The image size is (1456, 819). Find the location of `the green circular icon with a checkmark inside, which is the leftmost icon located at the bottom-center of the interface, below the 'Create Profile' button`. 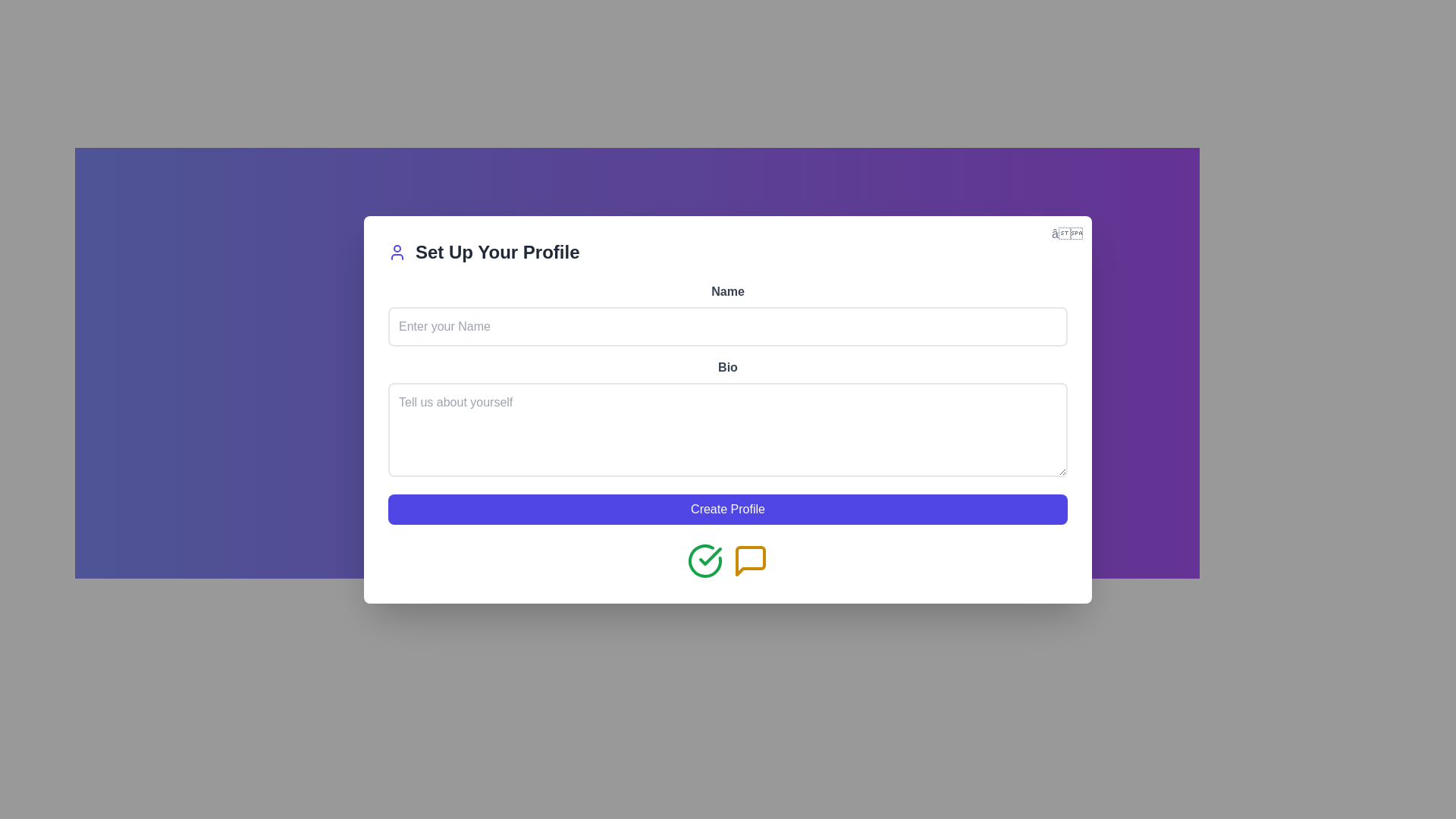

the green circular icon with a checkmark inside, which is the leftmost icon located at the bottom-center of the interface, below the 'Create Profile' button is located at coordinates (704, 560).